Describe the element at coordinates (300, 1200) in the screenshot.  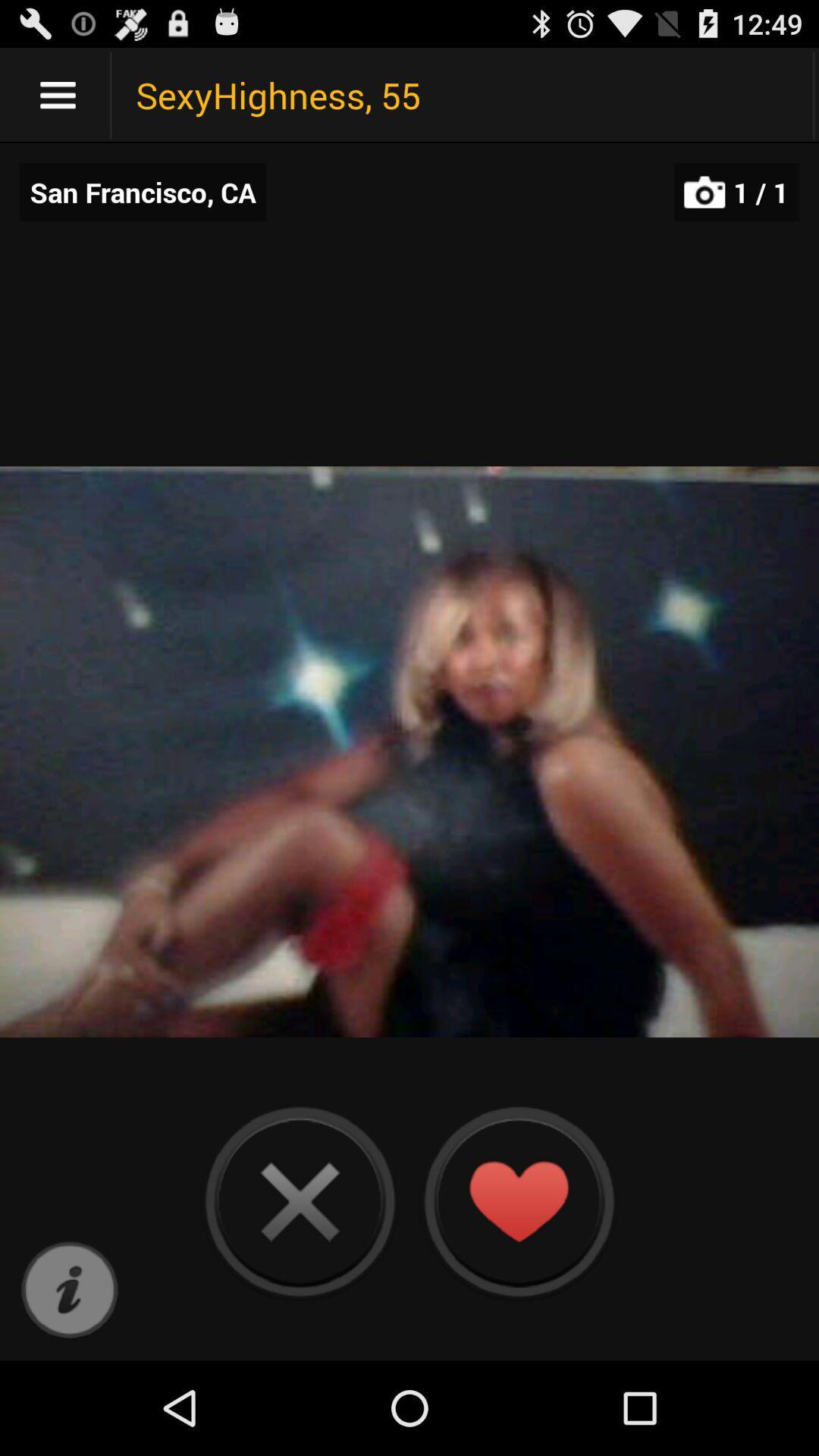
I see `choose to move to the next person` at that location.